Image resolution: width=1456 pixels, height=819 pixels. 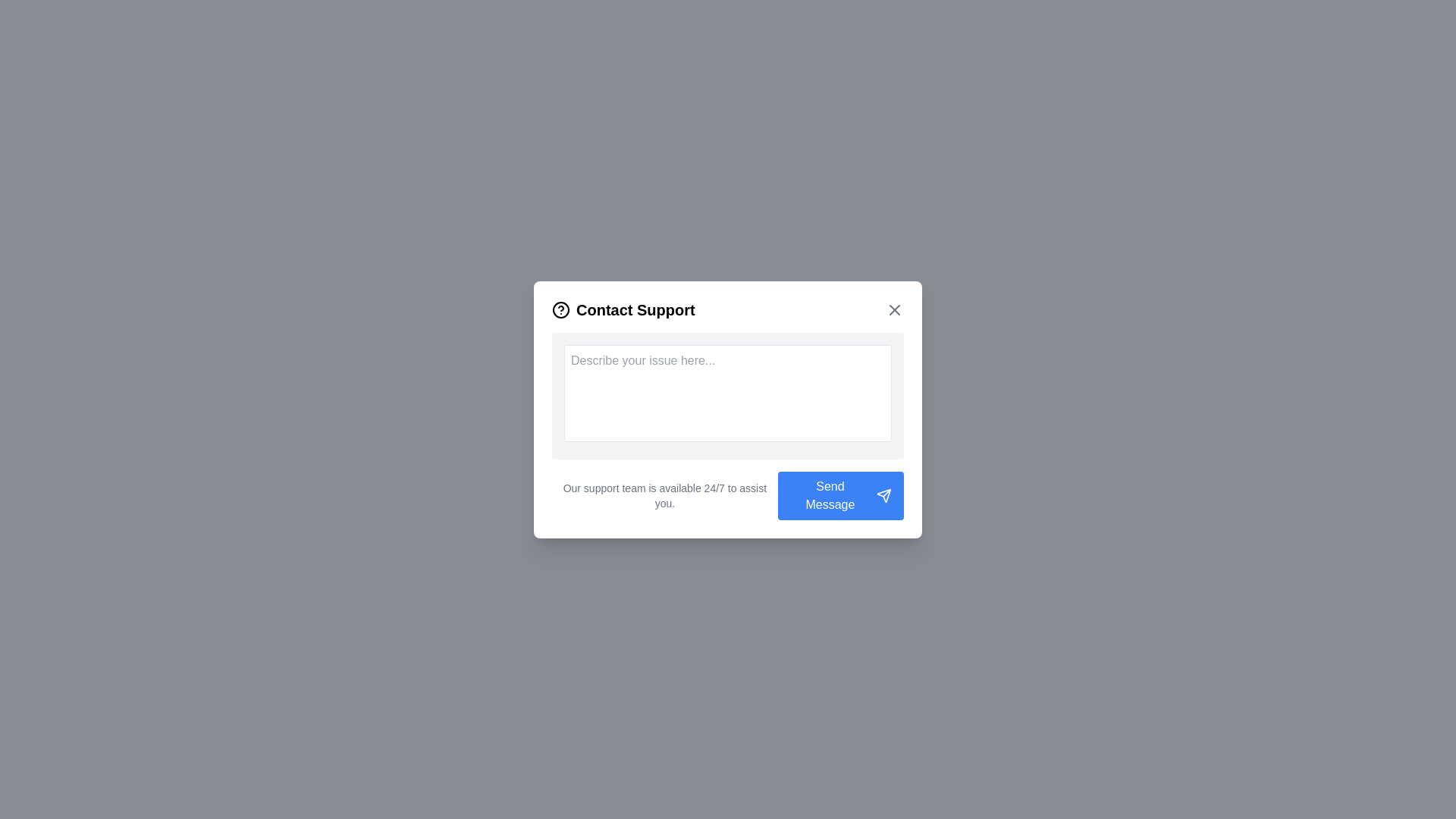 What do you see at coordinates (895, 309) in the screenshot?
I see `the 'X' icon button in the upper-right corner of the 'Contact Support' dialog` at bounding box center [895, 309].